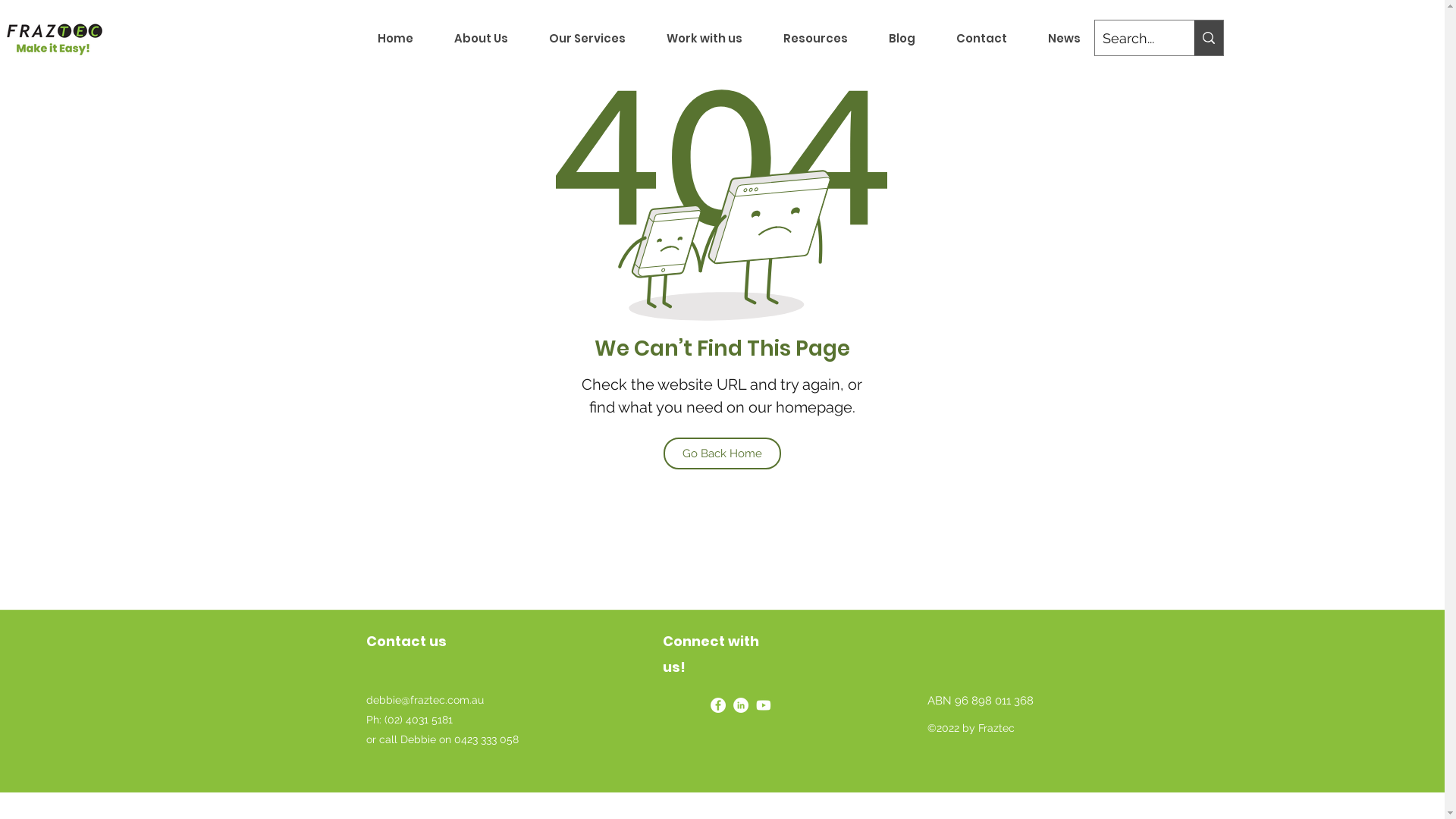 This screenshot has height=819, width=1456. I want to click on 'Contact', so click(981, 37).